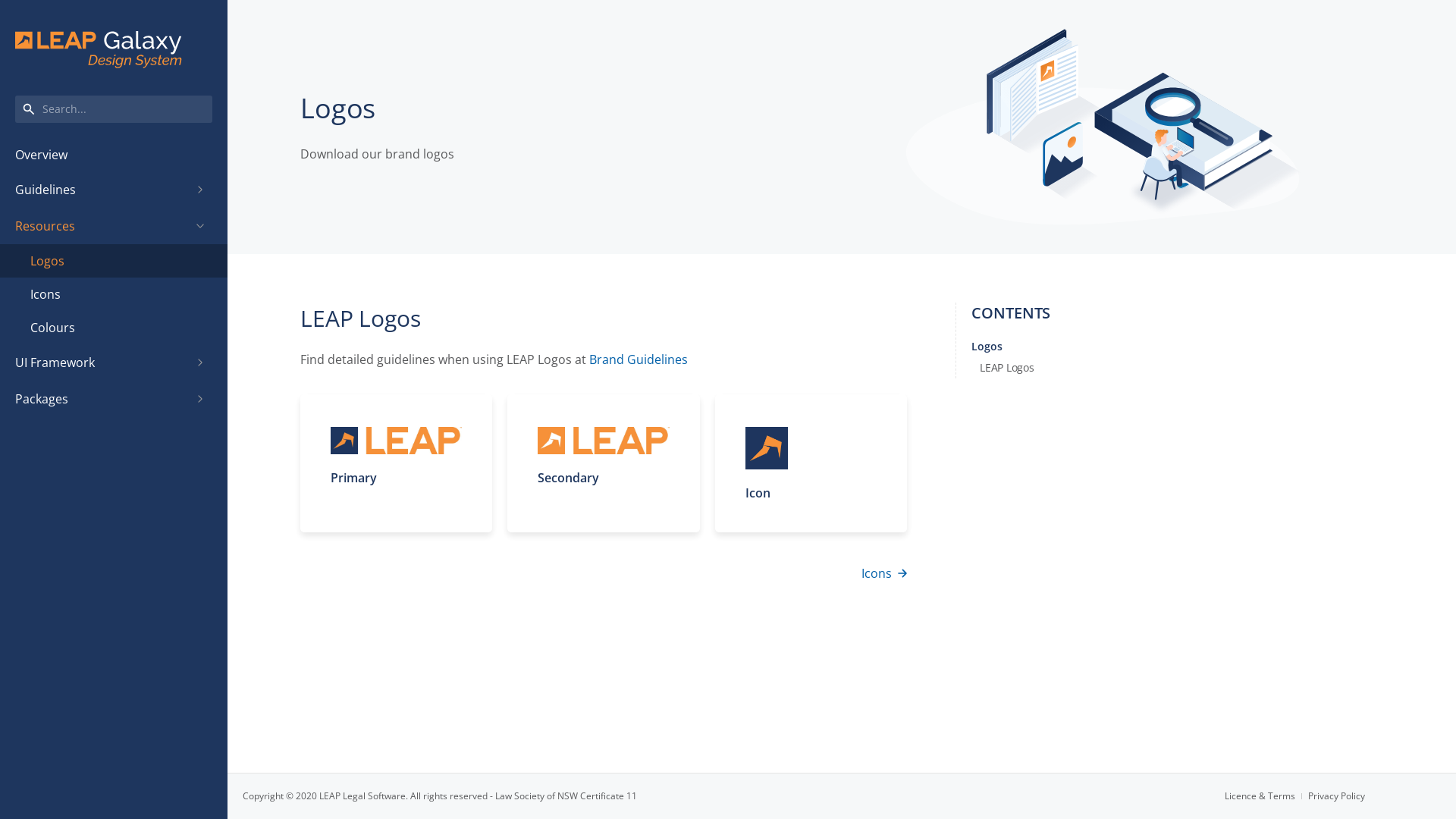 This screenshot has height=819, width=1456. I want to click on 'Logos', so click(112, 259).